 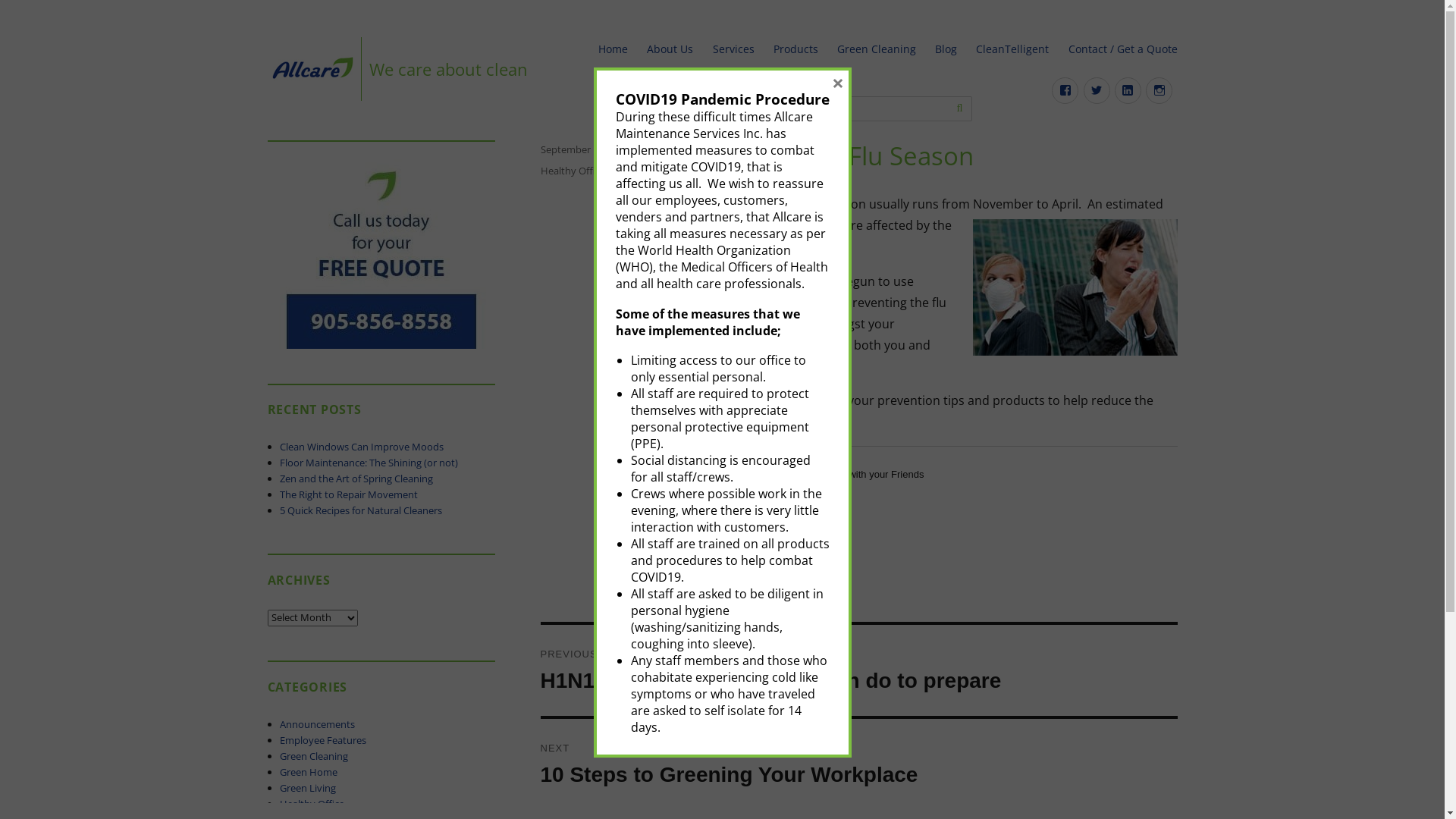 What do you see at coordinates (946, 49) in the screenshot?
I see `'Blog'` at bounding box center [946, 49].